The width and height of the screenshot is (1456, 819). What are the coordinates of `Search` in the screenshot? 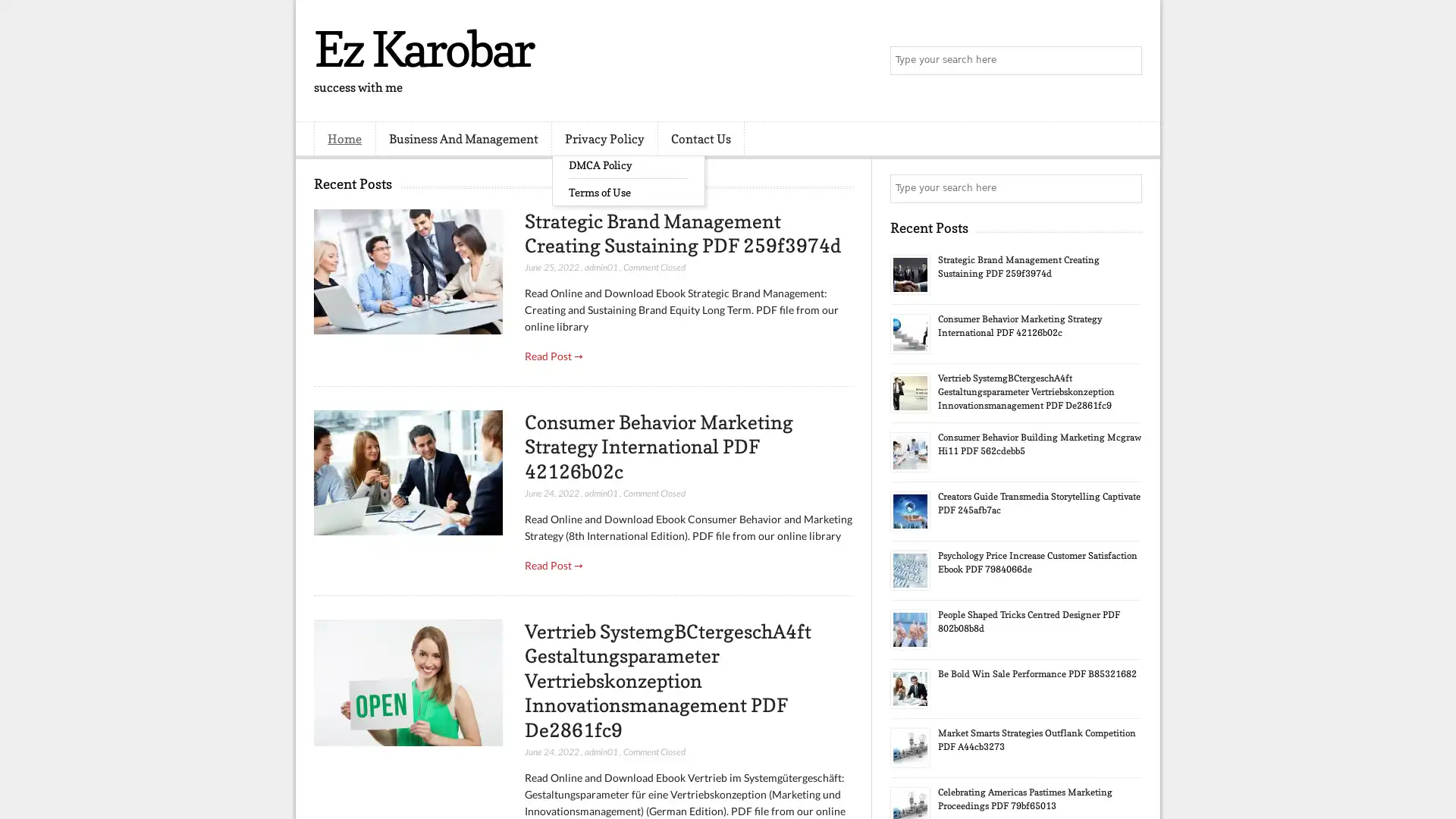 It's located at (1126, 188).